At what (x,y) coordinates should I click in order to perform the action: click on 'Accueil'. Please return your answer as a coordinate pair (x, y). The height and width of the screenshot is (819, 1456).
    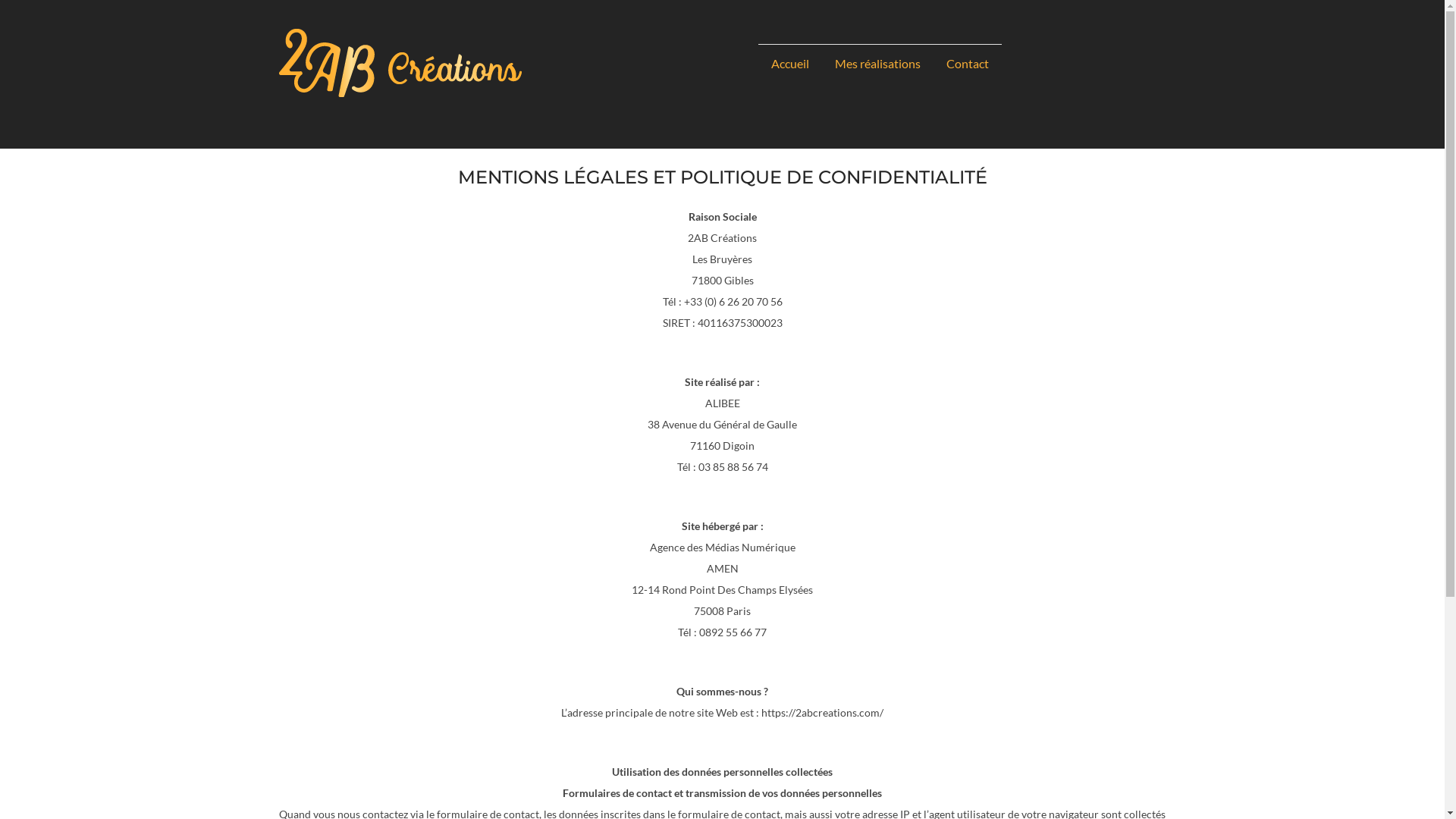
    Looking at the image, I should click on (789, 62).